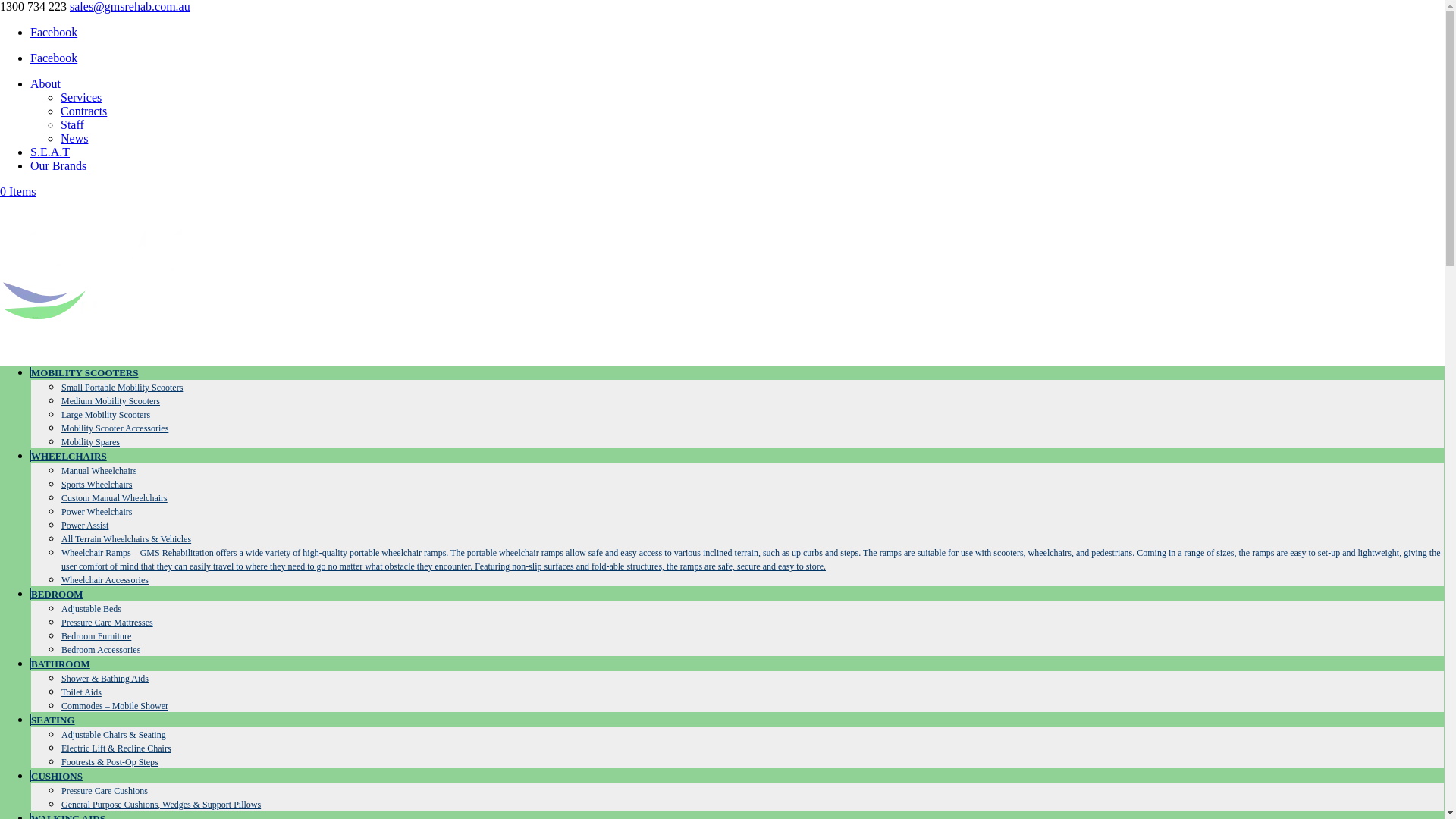  What do you see at coordinates (109, 400) in the screenshot?
I see `'Medium Mobility Scooters'` at bounding box center [109, 400].